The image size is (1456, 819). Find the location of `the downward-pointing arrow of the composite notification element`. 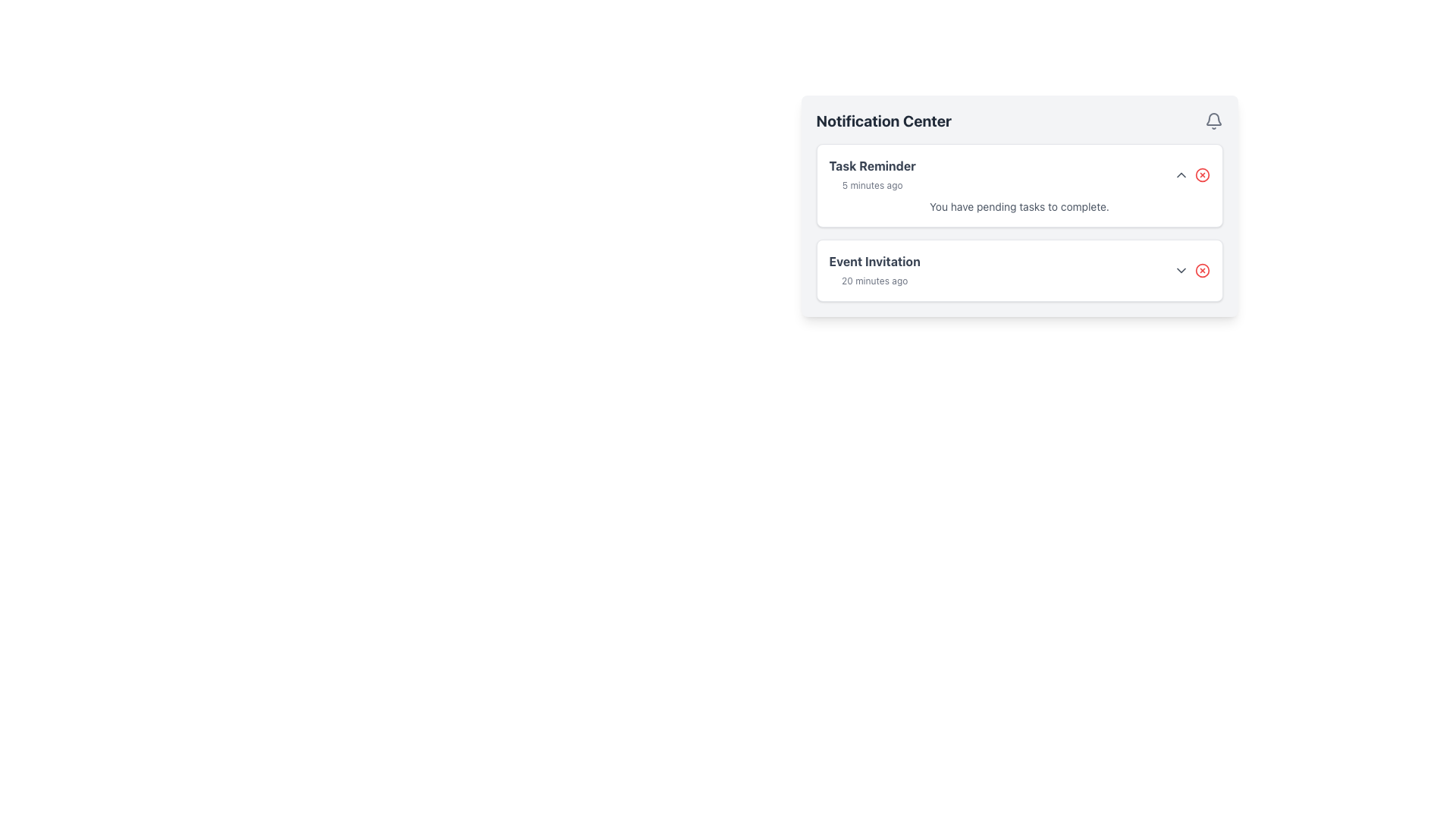

the downward-pointing arrow of the composite notification element is located at coordinates (1191, 270).